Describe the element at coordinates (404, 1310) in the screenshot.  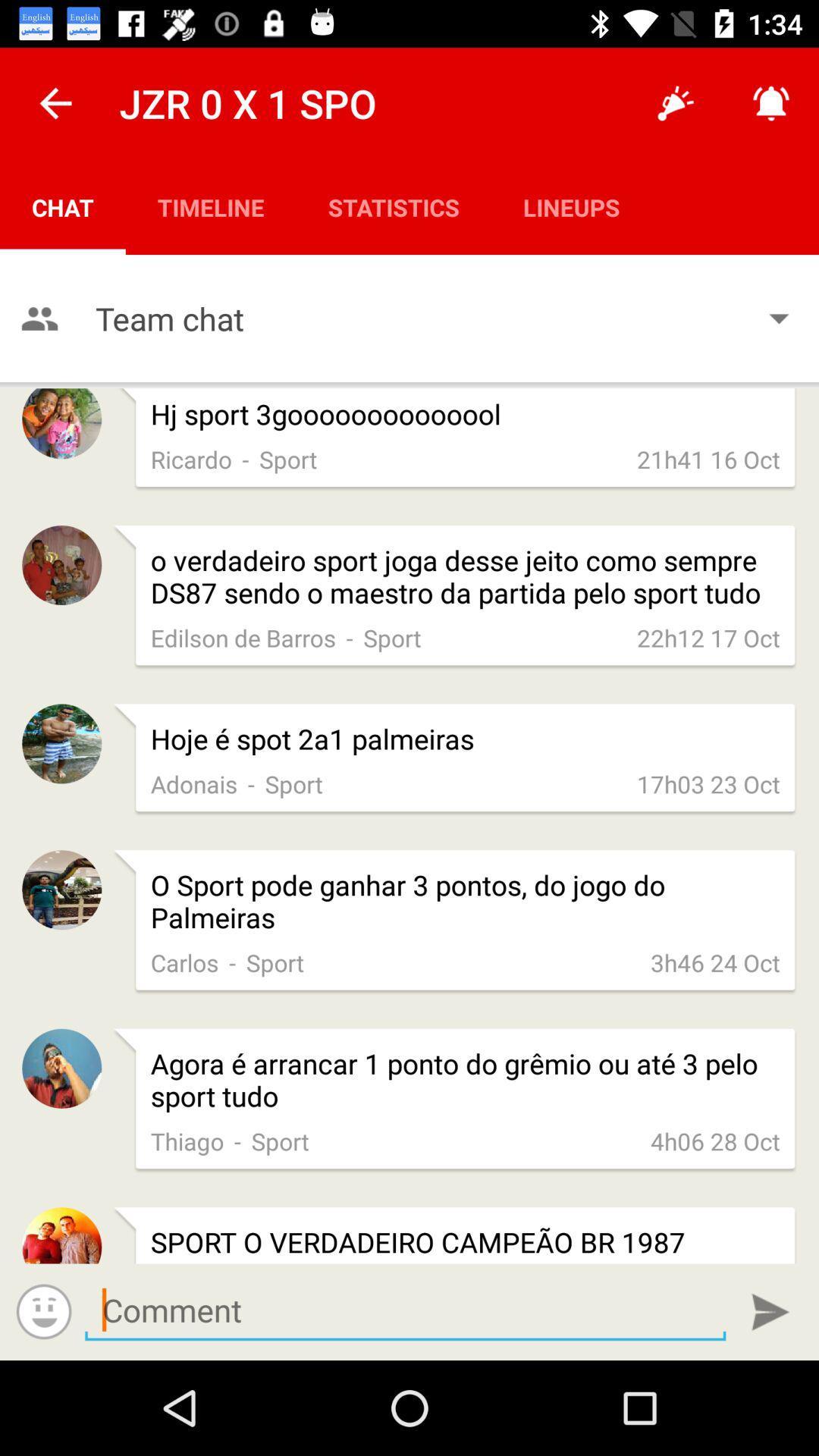
I see `write a comment` at that location.